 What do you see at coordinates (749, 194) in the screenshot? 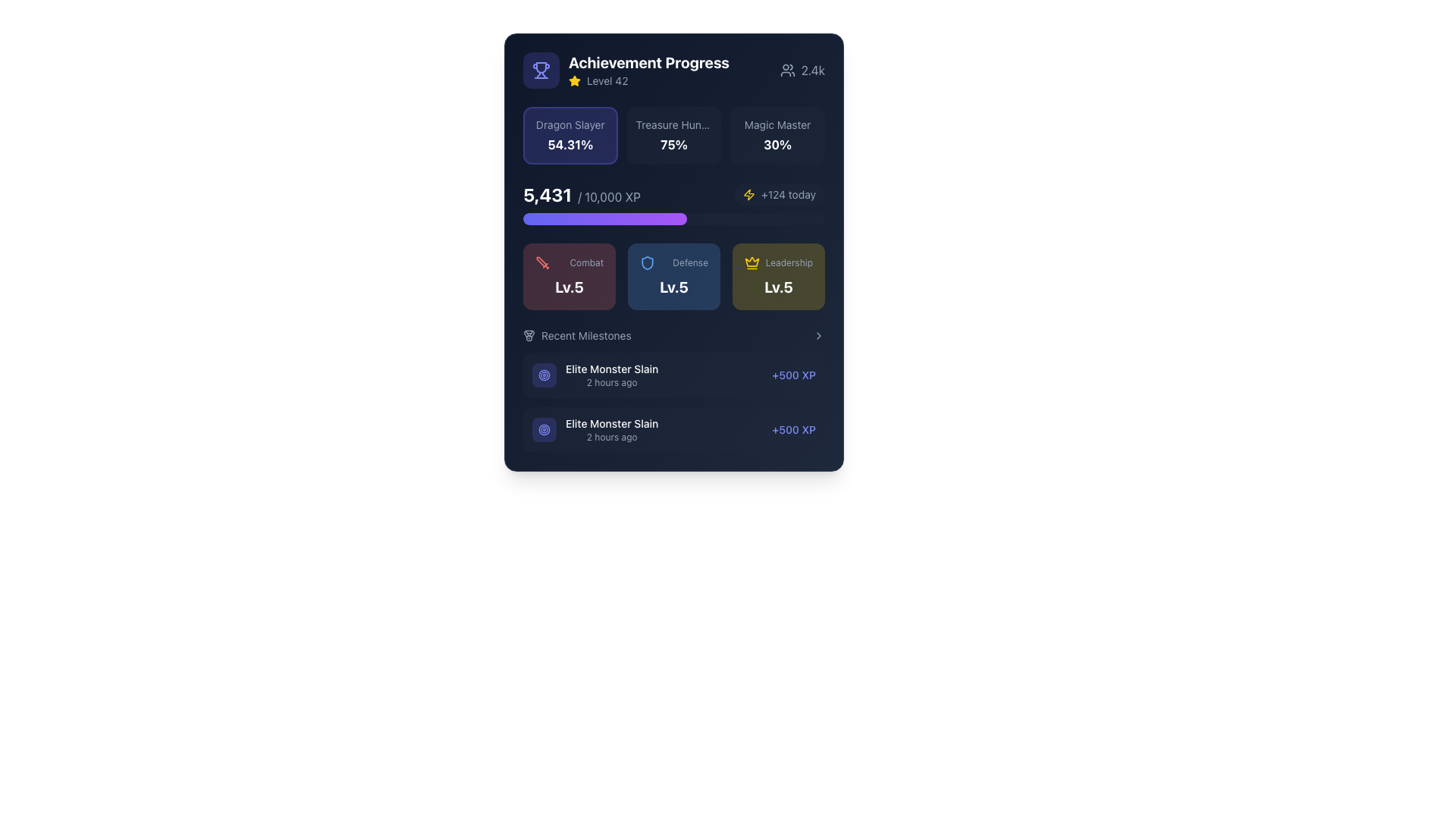
I see `the decorative Icon representing energy or activity, which is located to the immediate left of the '+124 today' text` at bounding box center [749, 194].